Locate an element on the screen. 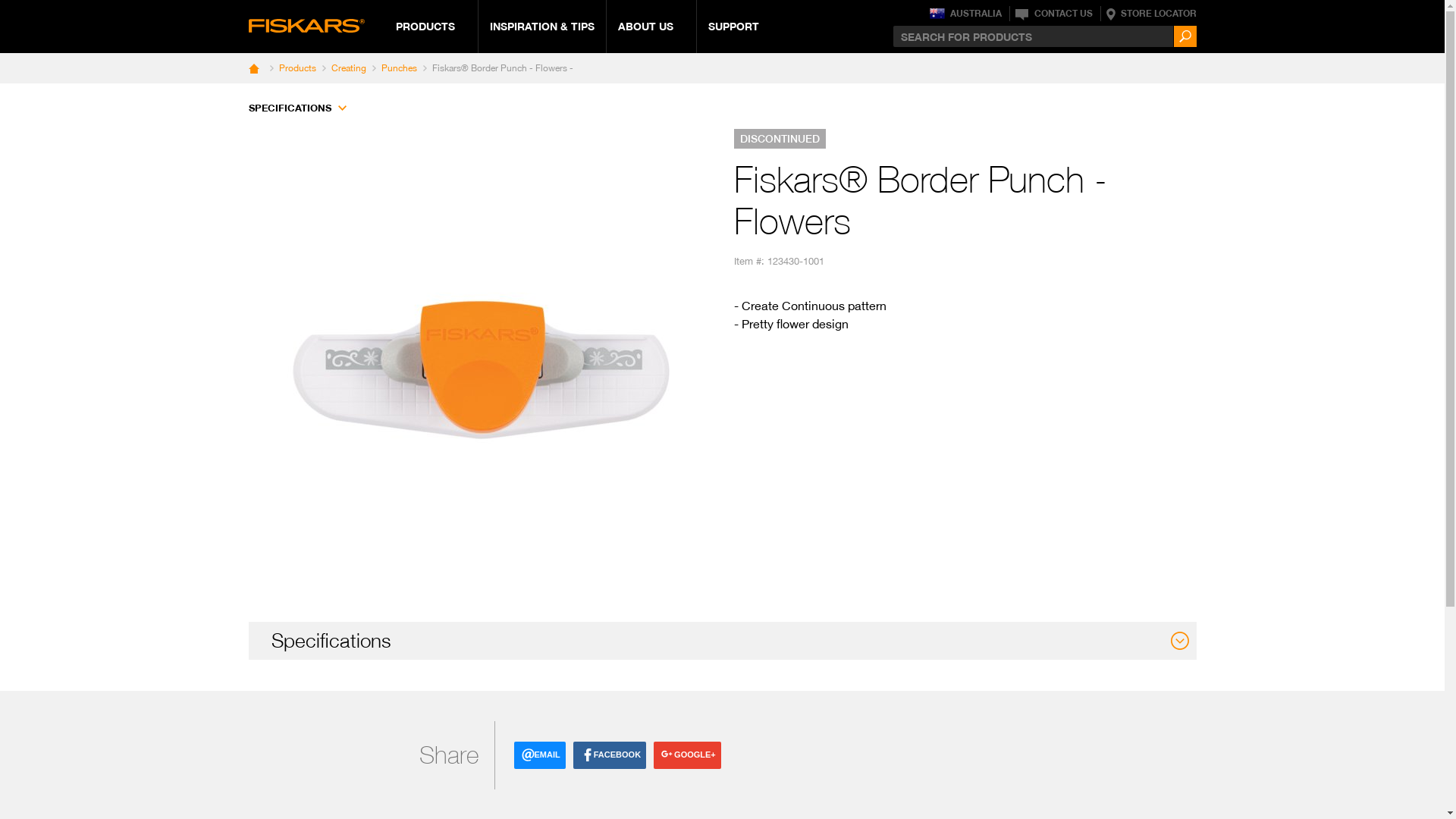  'CONTACT US' is located at coordinates (1052, 14).